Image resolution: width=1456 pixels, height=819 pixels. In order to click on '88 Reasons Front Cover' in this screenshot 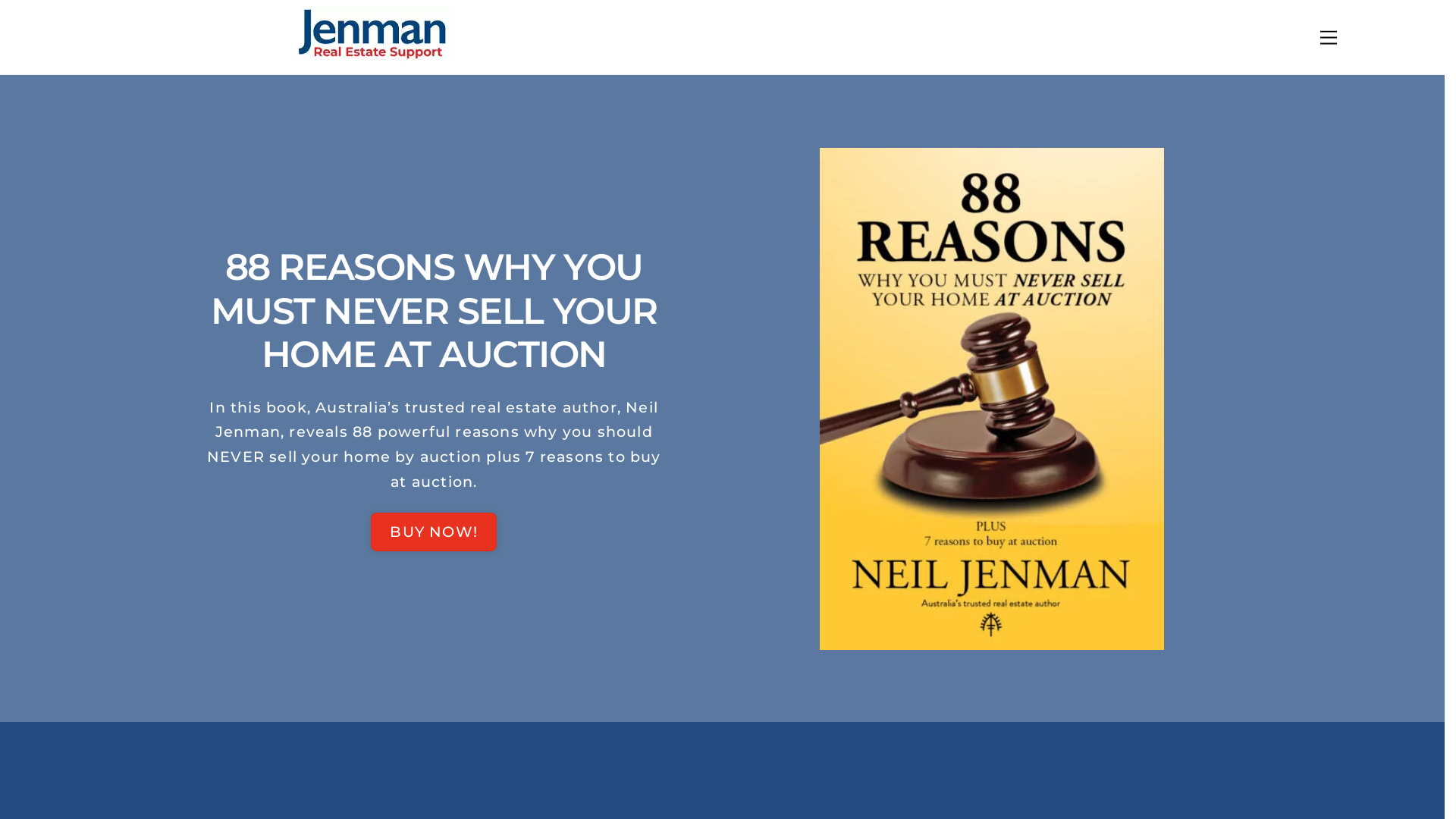, I will do `click(991, 397)`.